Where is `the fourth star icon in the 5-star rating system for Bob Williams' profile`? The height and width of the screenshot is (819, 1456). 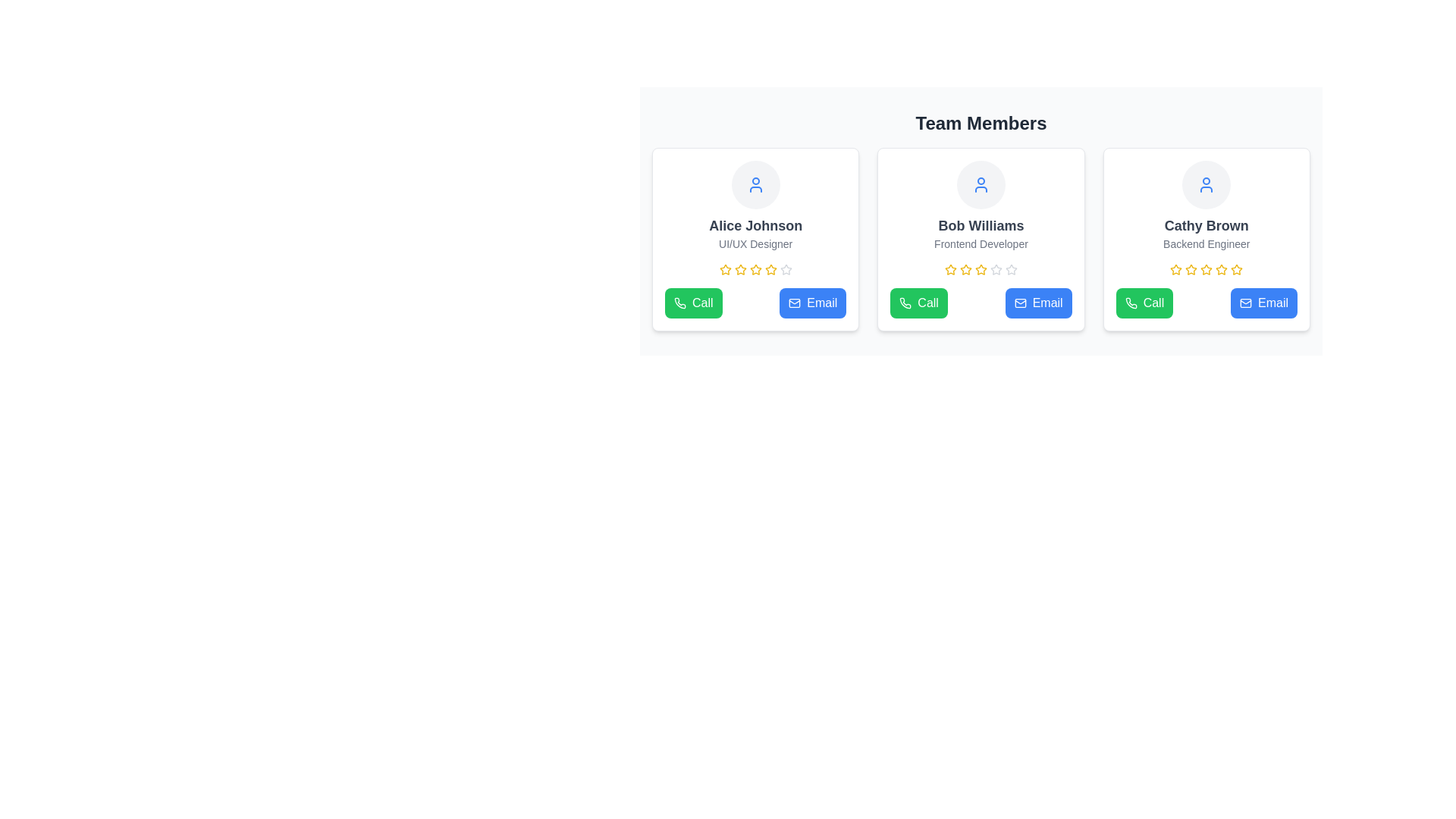
the fourth star icon in the 5-star rating system for Bob Williams' profile is located at coordinates (981, 268).